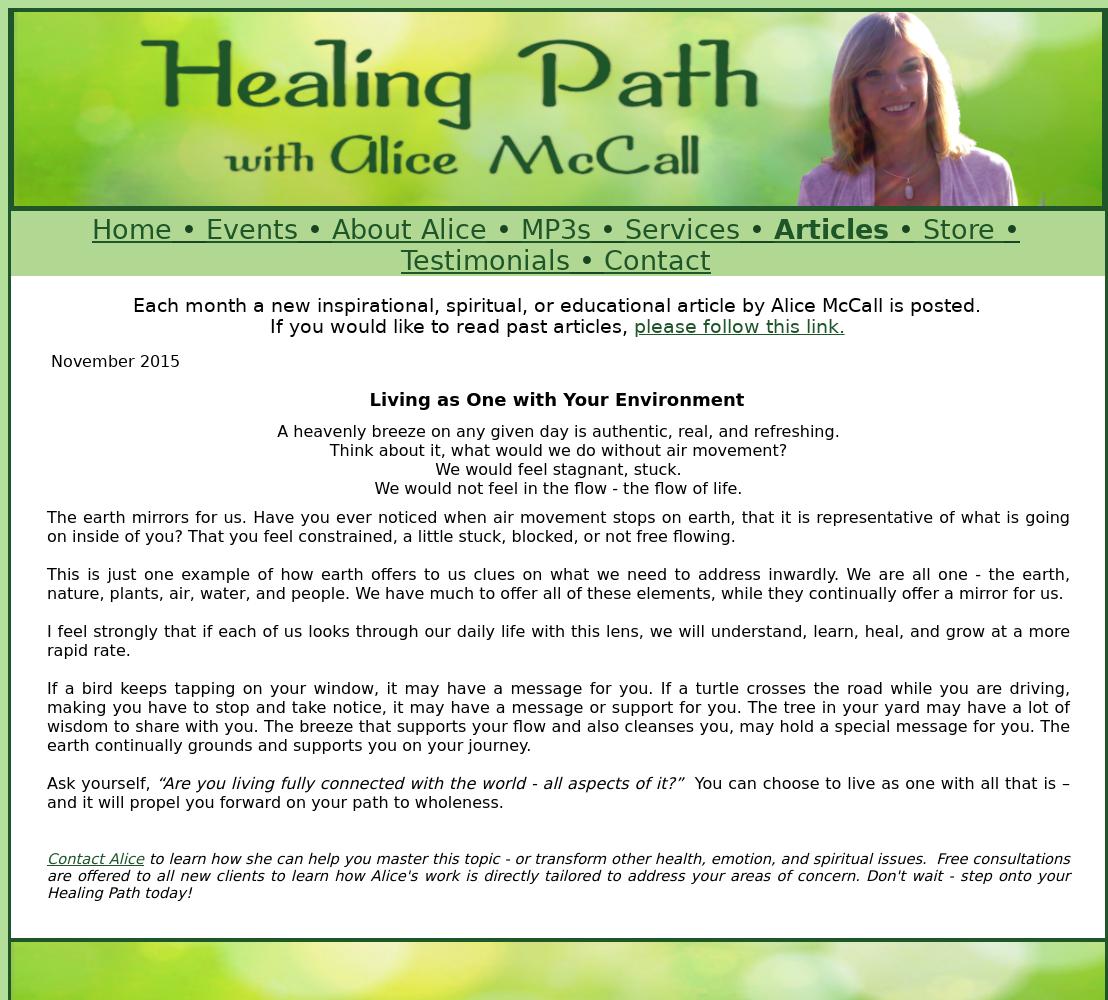  What do you see at coordinates (557, 487) in the screenshot?
I see `'We would not 
			feel in the flow - the flow of life.'` at bounding box center [557, 487].